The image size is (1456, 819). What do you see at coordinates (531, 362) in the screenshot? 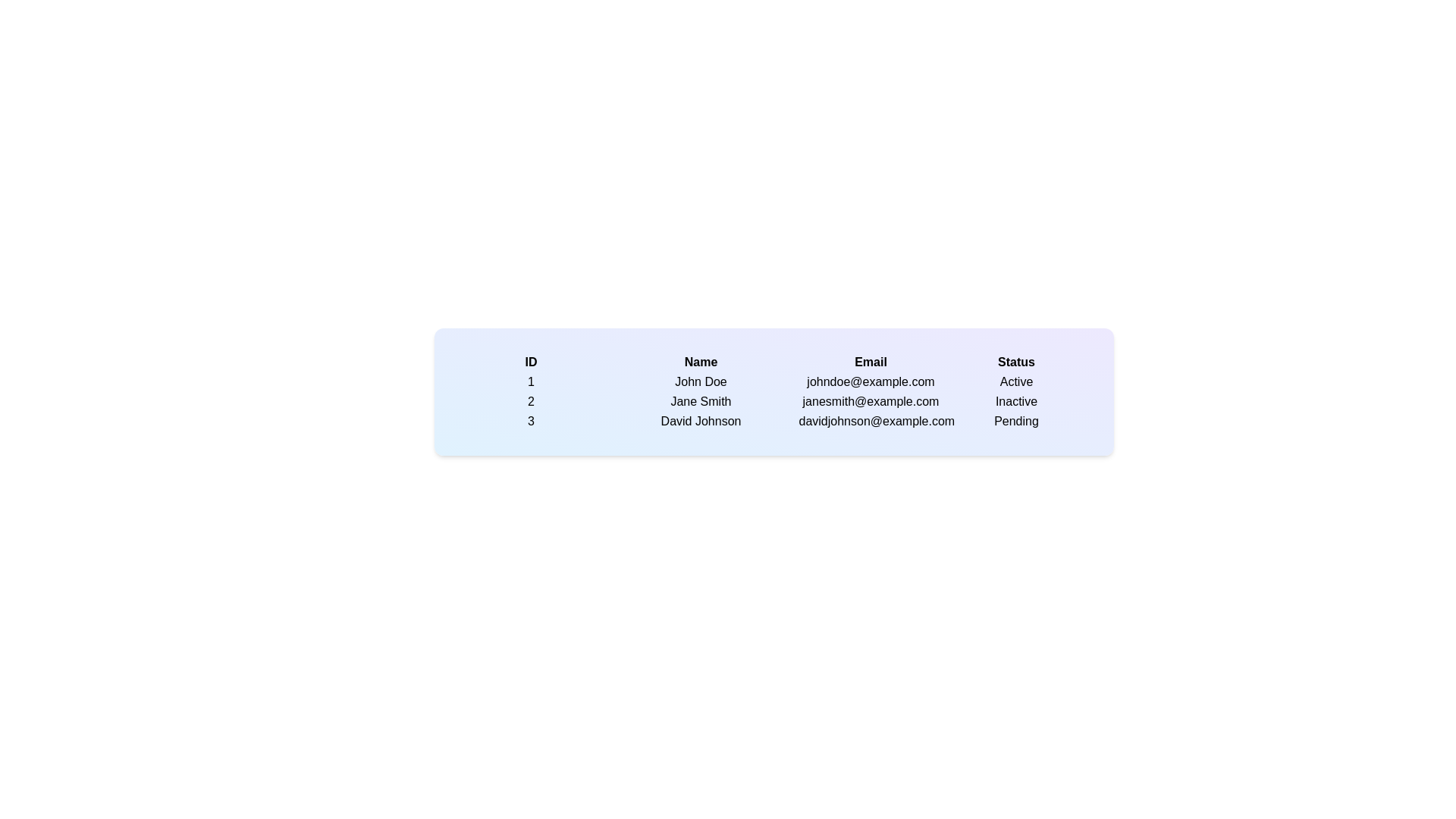
I see `the column header ID to sort or filter the table data` at bounding box center [531, 362].